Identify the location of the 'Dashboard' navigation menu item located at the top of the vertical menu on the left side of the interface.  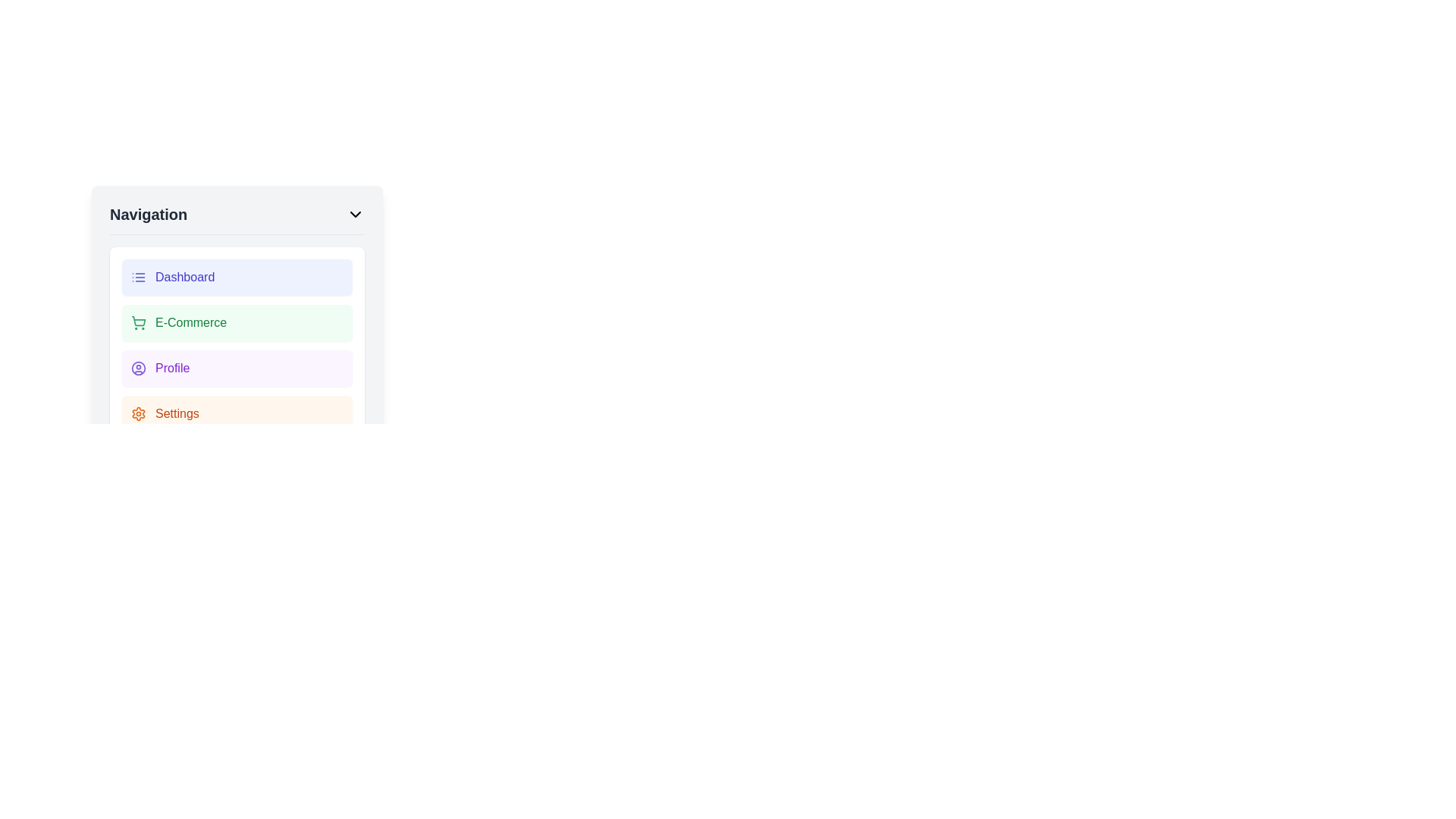
(236, 278).